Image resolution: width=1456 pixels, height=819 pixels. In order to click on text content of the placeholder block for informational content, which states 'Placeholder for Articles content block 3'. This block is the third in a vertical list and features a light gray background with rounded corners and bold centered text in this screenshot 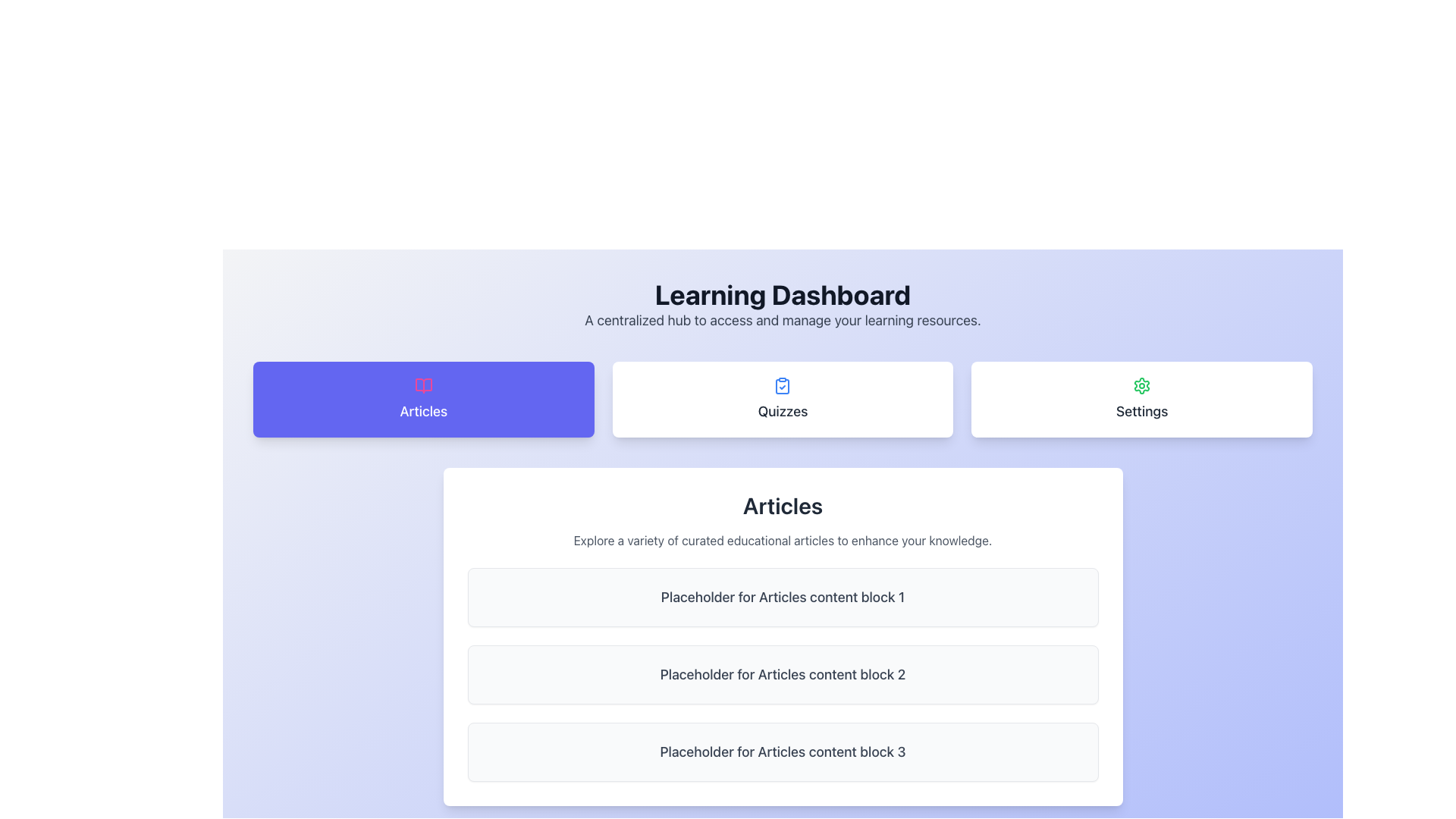, I will do `click(783, 752)`.